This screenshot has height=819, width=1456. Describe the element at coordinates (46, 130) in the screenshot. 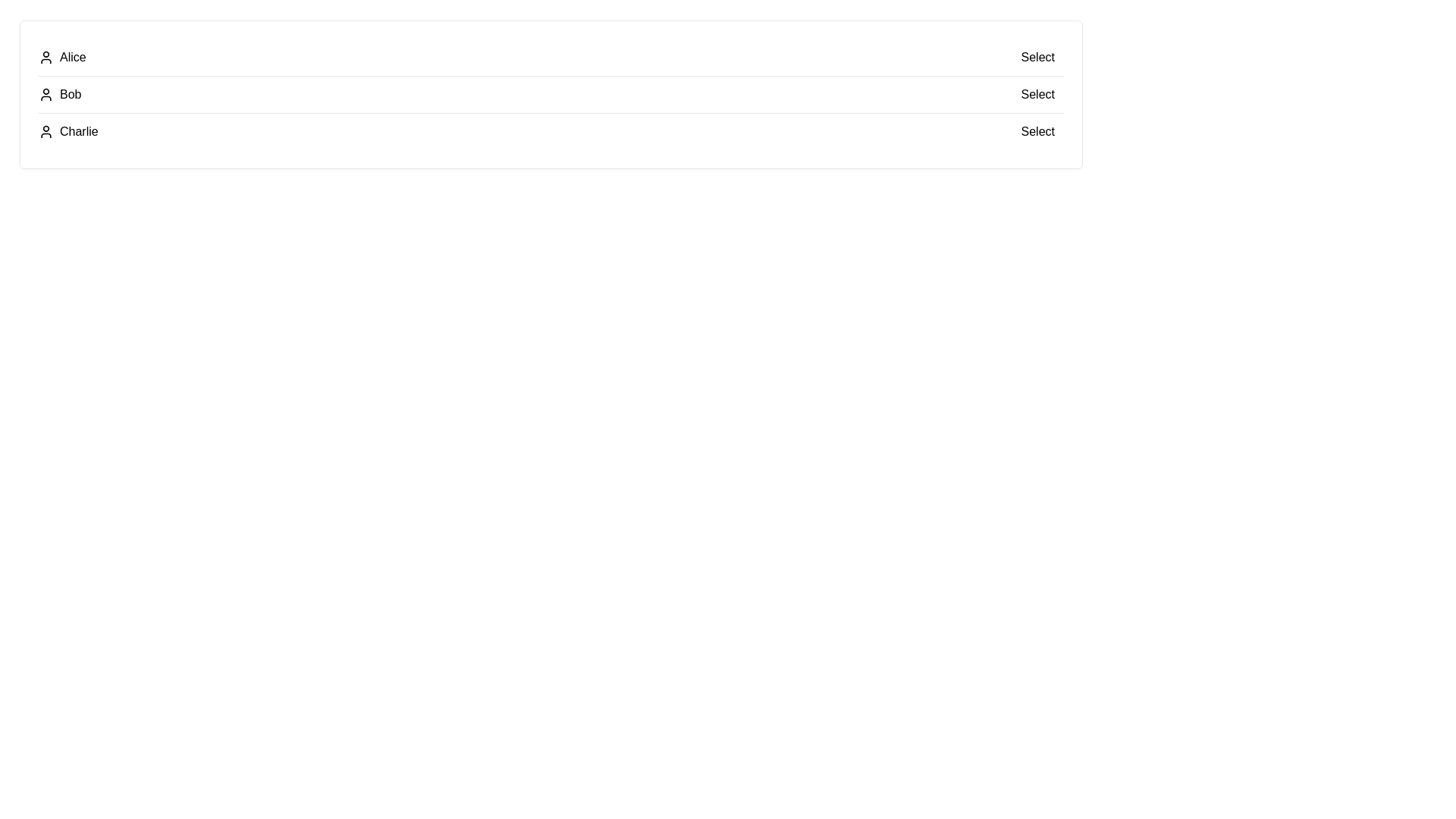

I see `the user icon corresponding to Charlie` at that location.